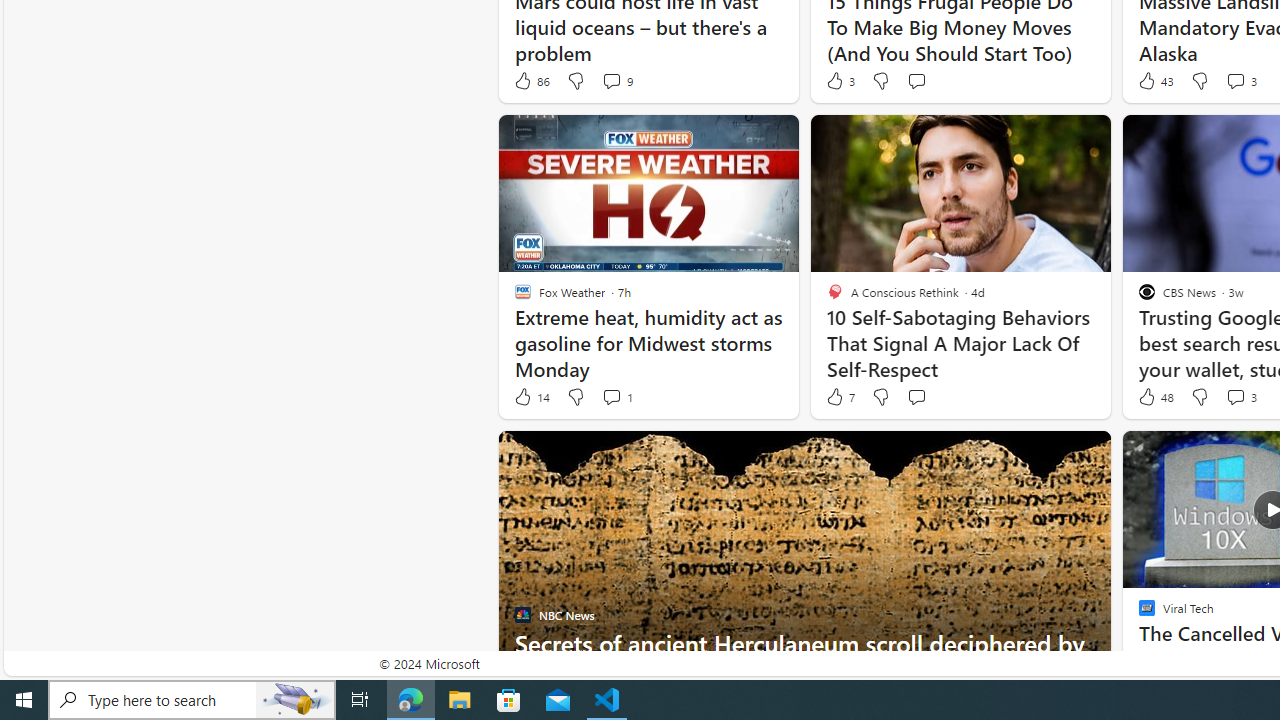  Describe the element at coordinates (839, 80) in the screenshot. I see `'3 Like'` at that location.